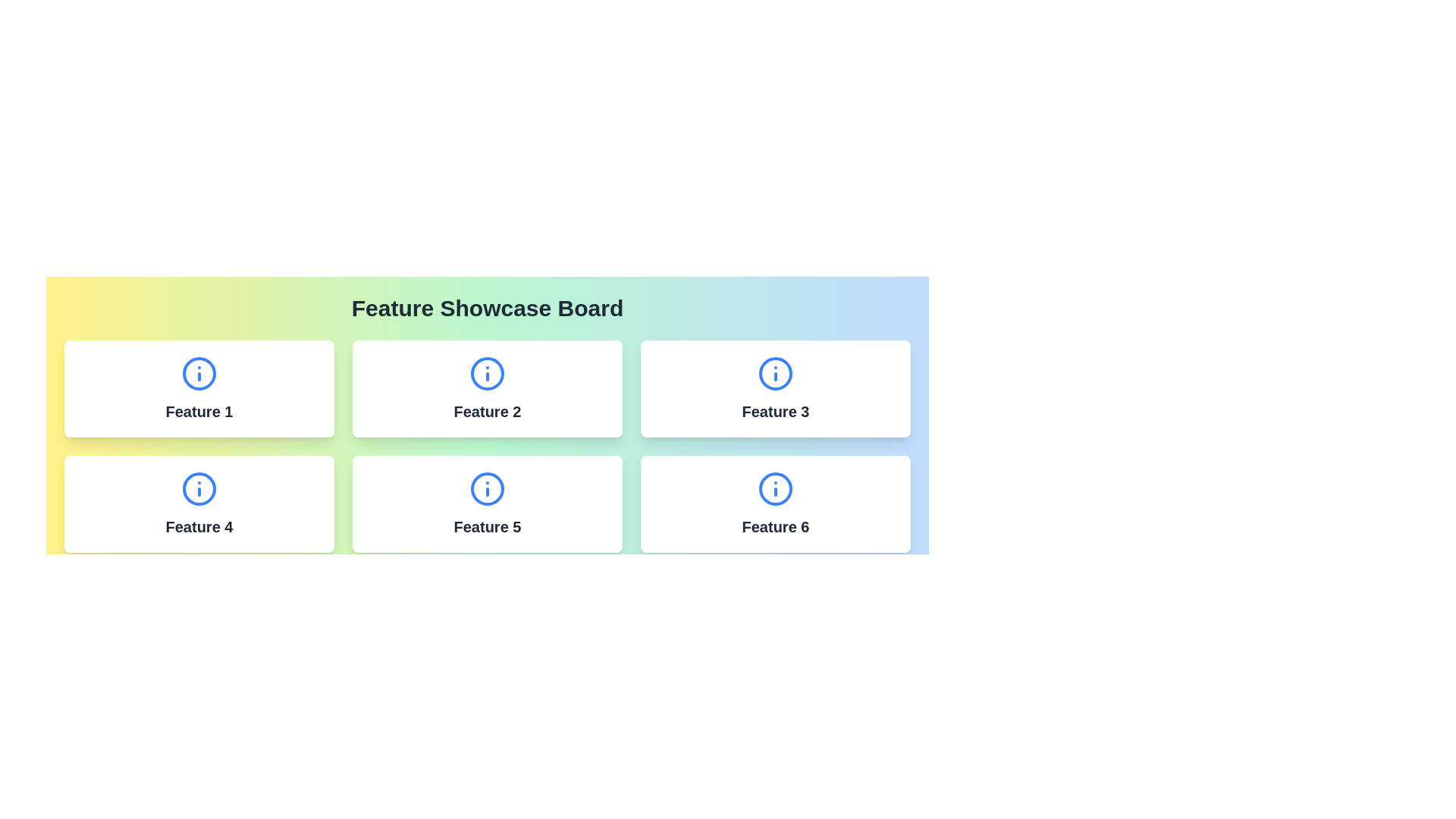 Image resolution: width=1456 pixels, height=819 pixels. I want to click on the bold text label 'Feature 3' styled with a large font size and dark gray color, located in the upper-right section of the grid layout, so click(775, 412).